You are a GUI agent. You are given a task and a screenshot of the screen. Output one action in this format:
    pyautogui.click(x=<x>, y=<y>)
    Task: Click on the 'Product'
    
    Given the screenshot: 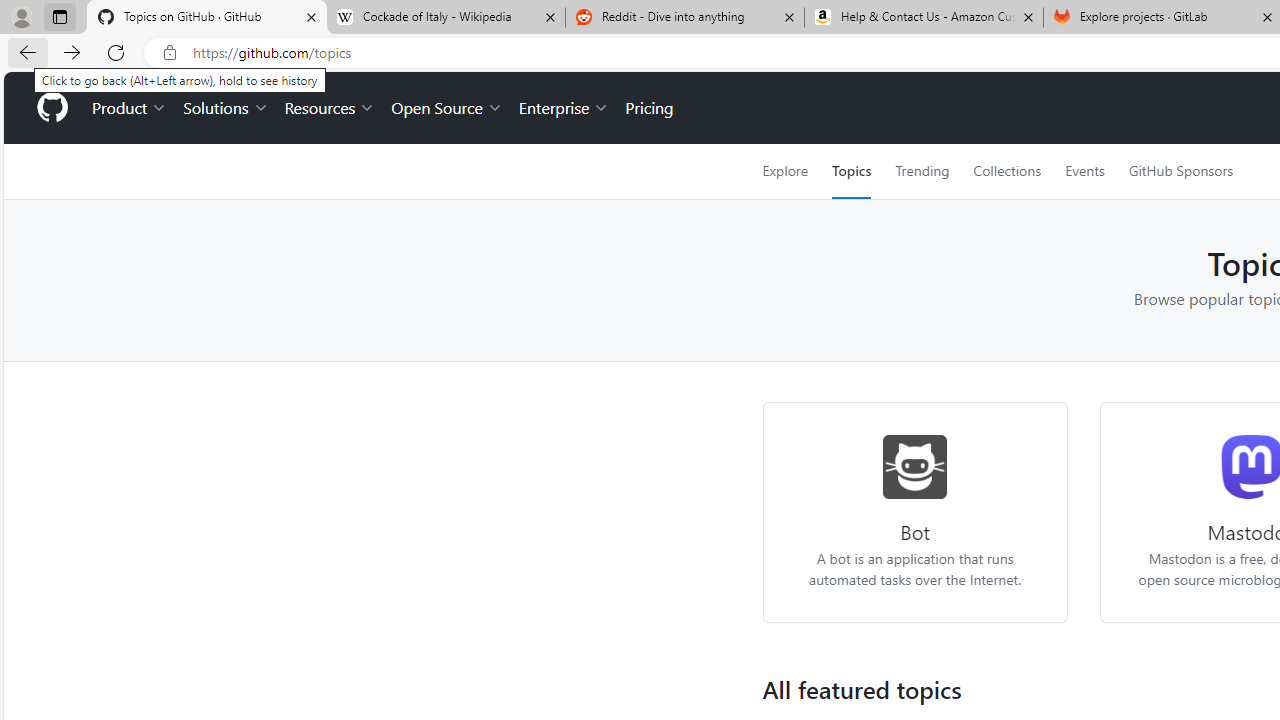 What is the action you would take?
    pyautogui.click(x=129, y=108)
    